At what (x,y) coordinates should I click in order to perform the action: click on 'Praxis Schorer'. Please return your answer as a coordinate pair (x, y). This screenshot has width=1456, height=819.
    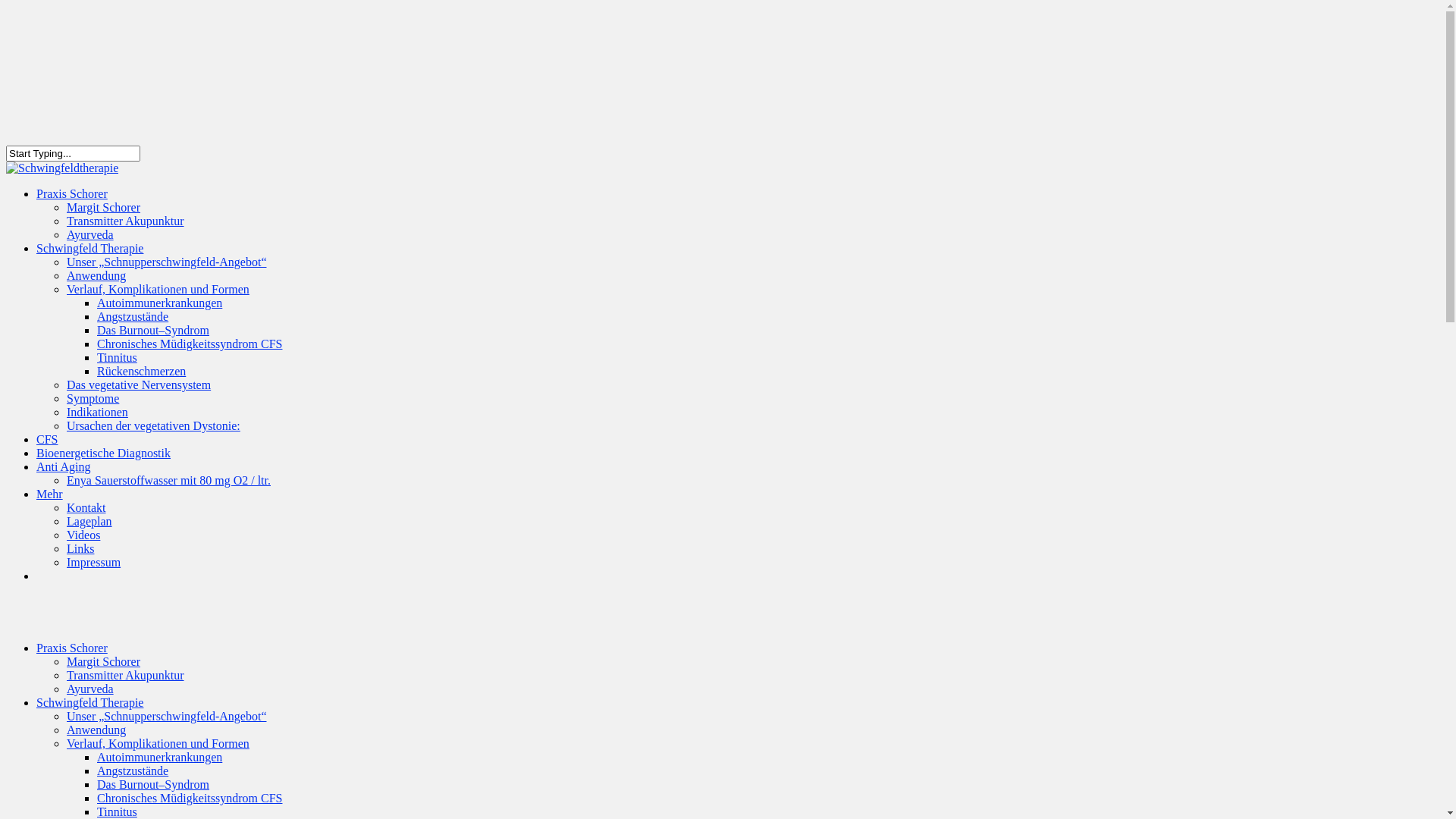
    Looking at the image, I should click on (71, 648).